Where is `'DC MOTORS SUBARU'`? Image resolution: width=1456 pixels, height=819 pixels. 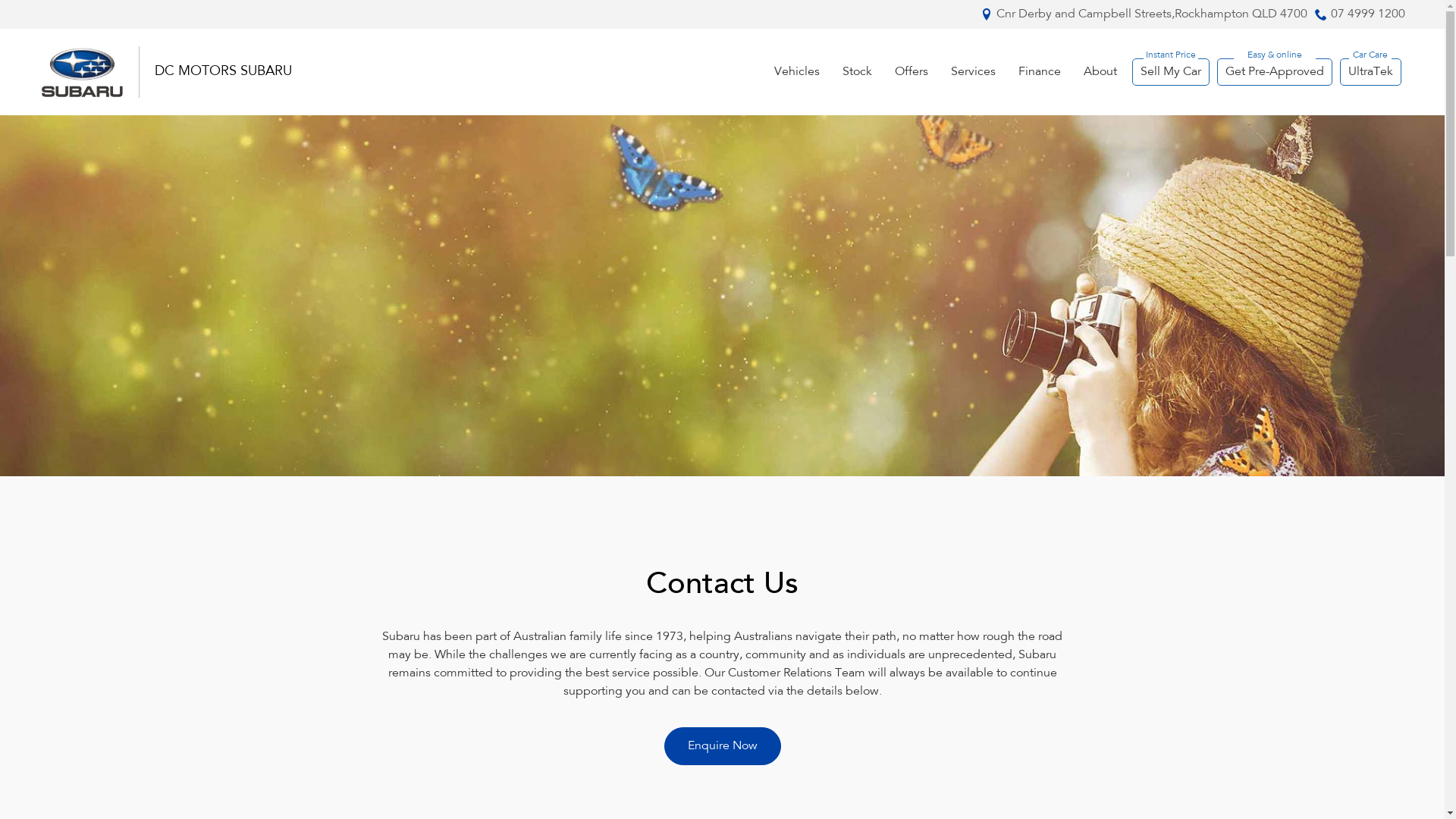
'DC MOTORS SUBARU' is located at coordinates (222, 72).